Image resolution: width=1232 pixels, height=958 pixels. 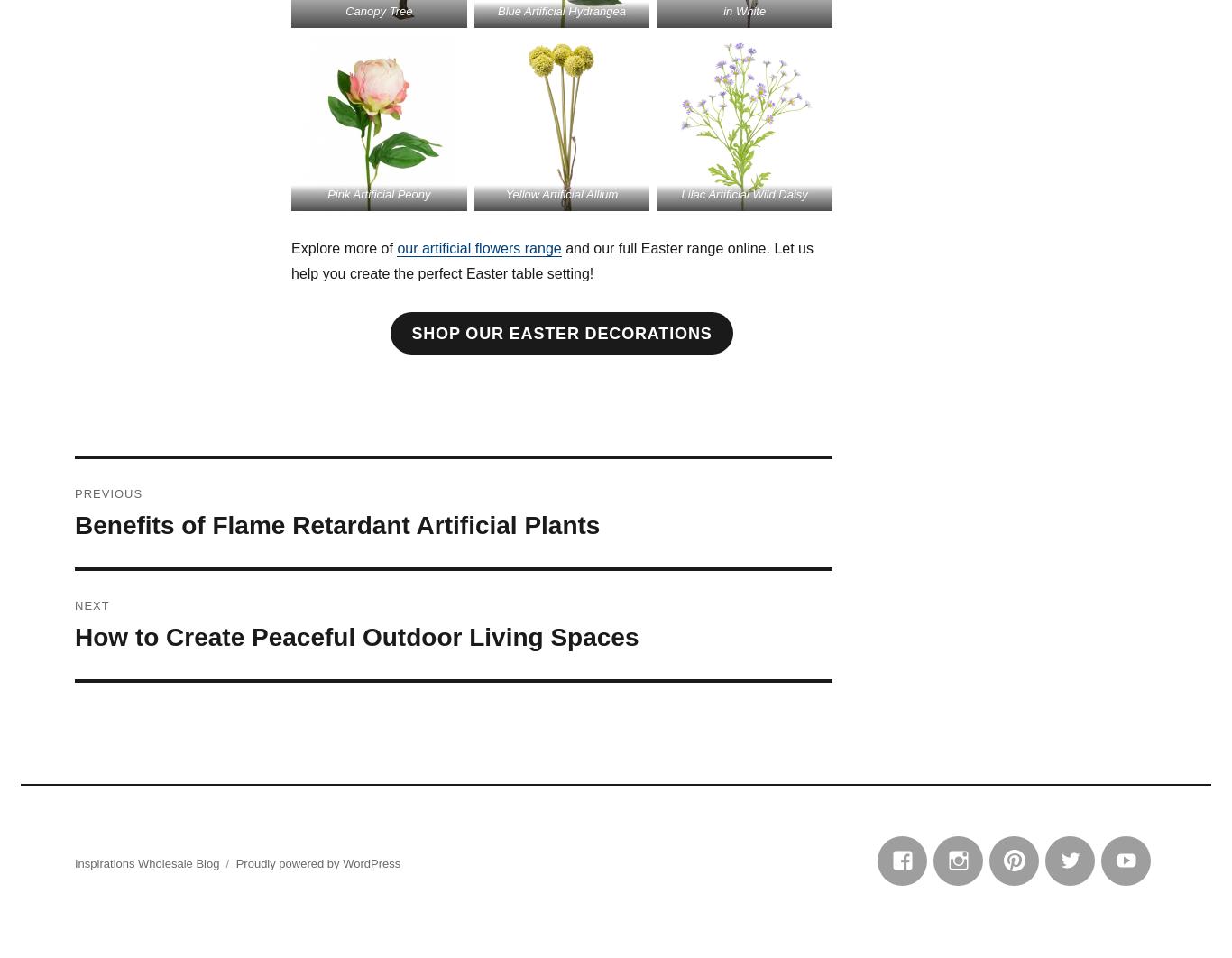 What do you see at coordinates (560, 332) in the screenshot?
I see `'Shop Our Easter Decorations'` at bounding box center [560, 332].